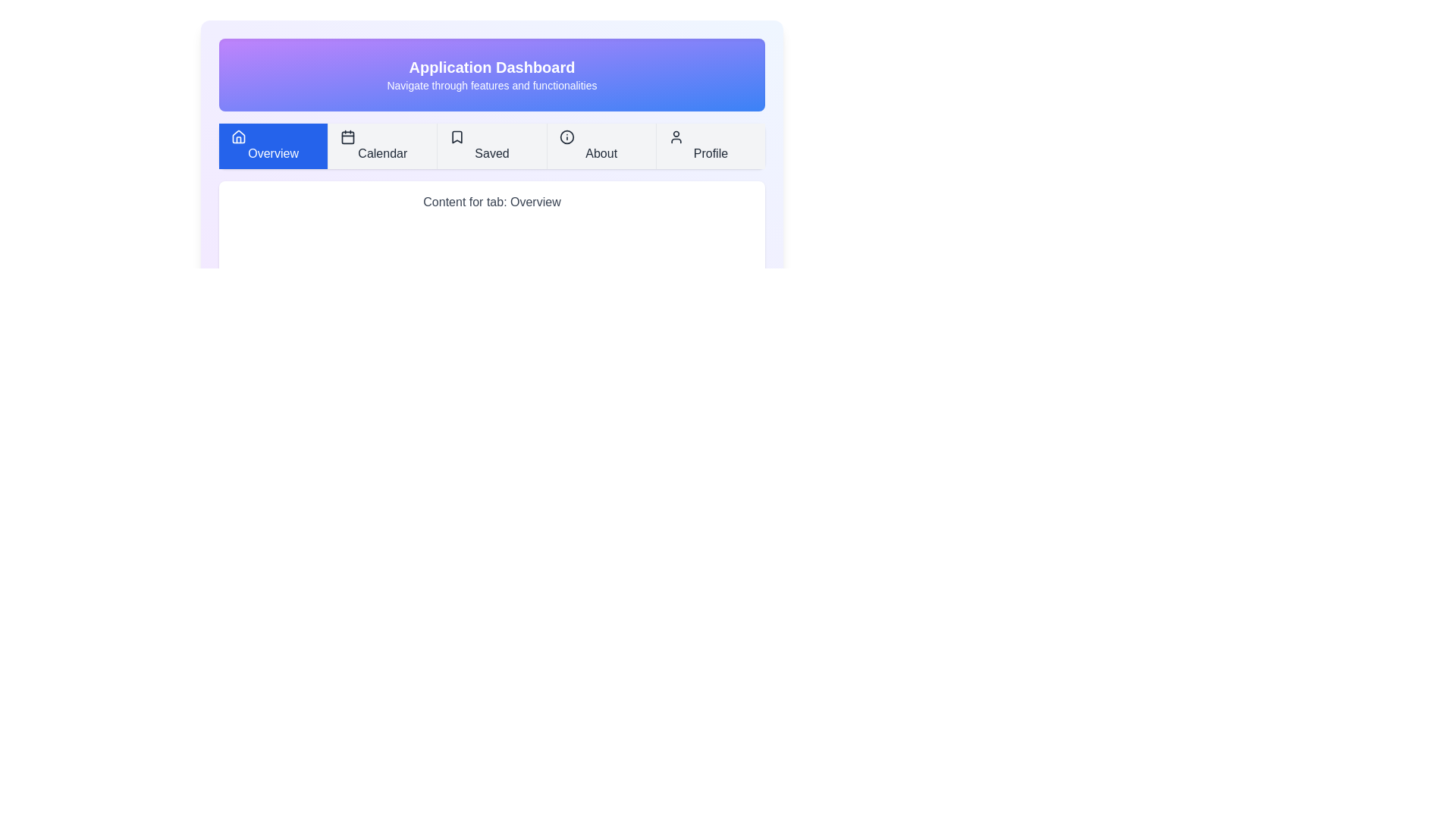 Image resolution: width=1456 pixels, height=819 pixels. What do you see at coordinates (491, 75) in the screenshot?
I see `the gradient rectangular Header element containing the title 'Application Dashboard' and subtitle 'Navigate through features and functionalities.'` at bounding box center [491, 75].